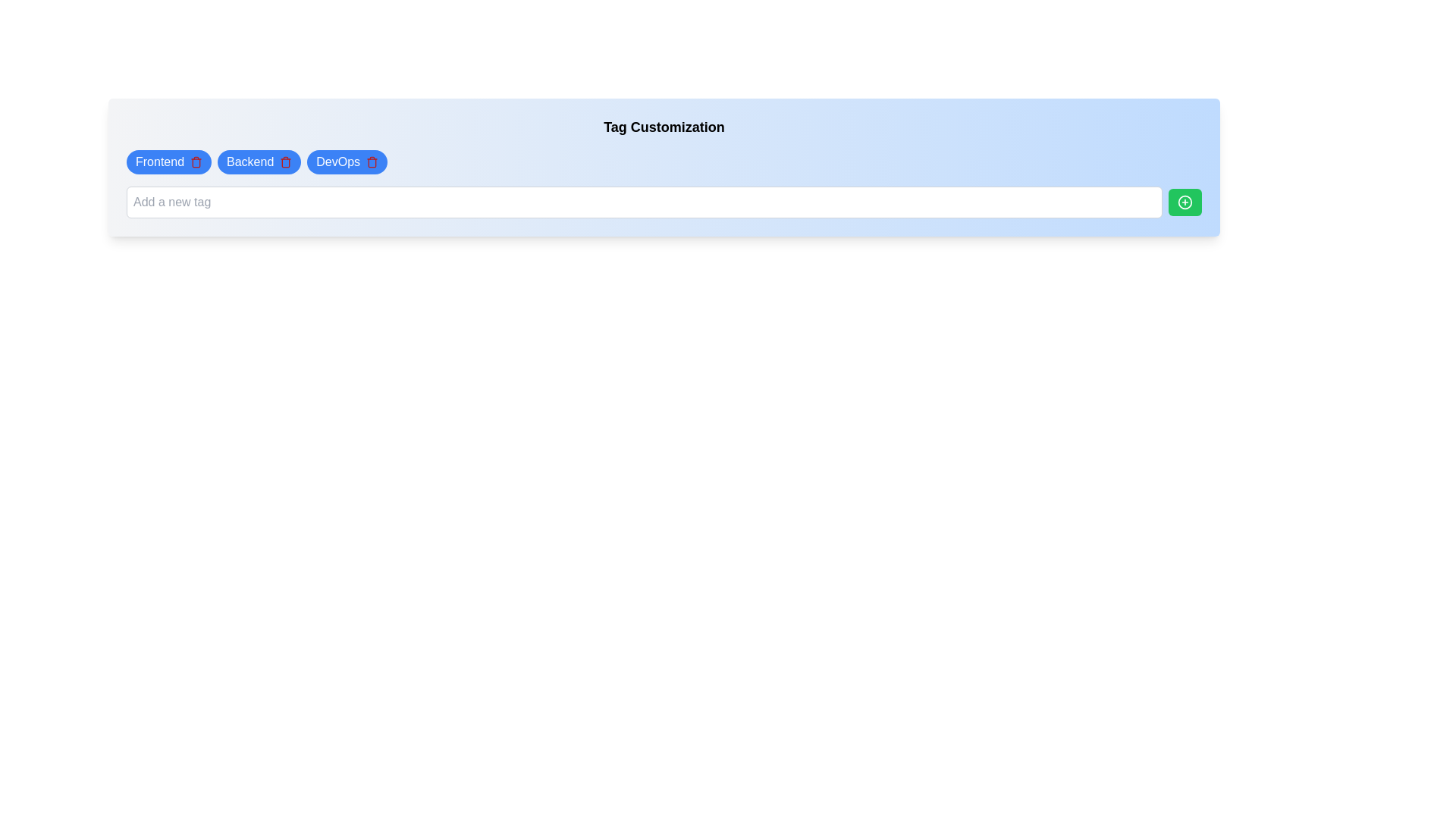 The image size is (1456, 819). I want to click on the 'DevOps' tagged button with a blue background and a delete icon, so click(346, 162).